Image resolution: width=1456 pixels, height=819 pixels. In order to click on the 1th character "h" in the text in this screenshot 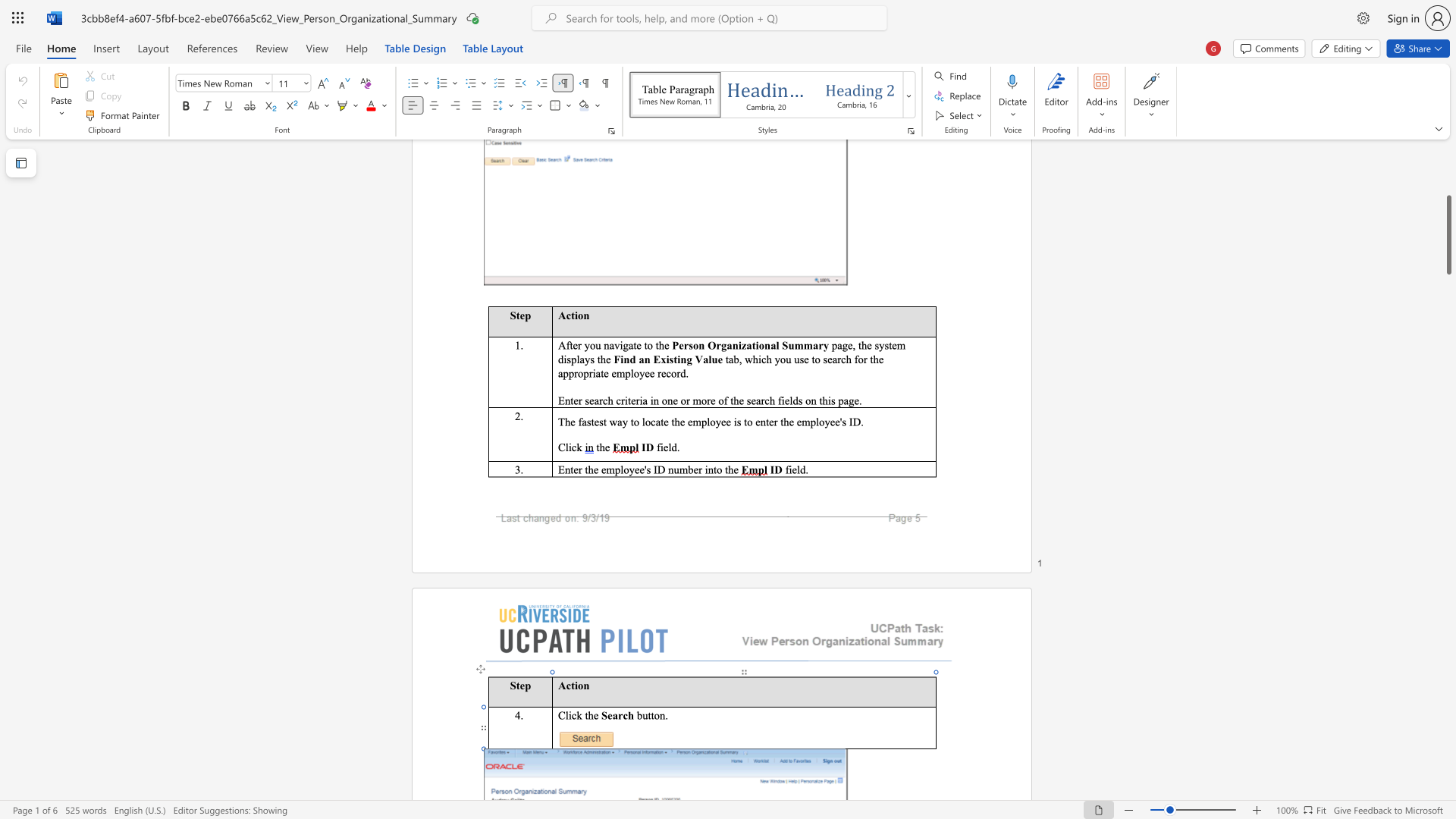, I will do `click(590, 715)`.